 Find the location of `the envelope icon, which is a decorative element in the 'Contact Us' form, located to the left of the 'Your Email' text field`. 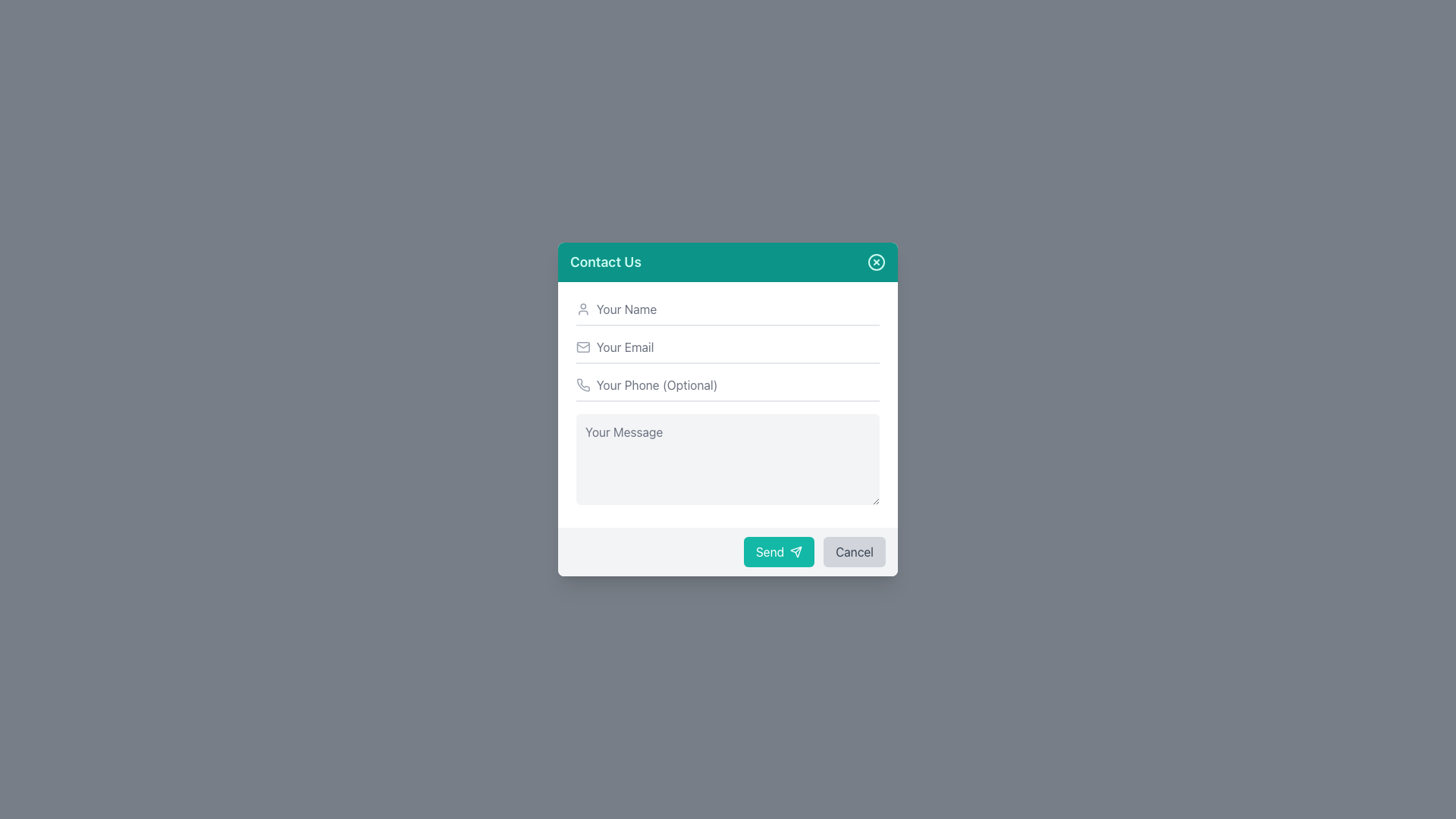

the envelope icon, which is a decorative element in the 'Contact Us' form, located to the left of the 'Your Email' text field is located at coordinates (582, 347).